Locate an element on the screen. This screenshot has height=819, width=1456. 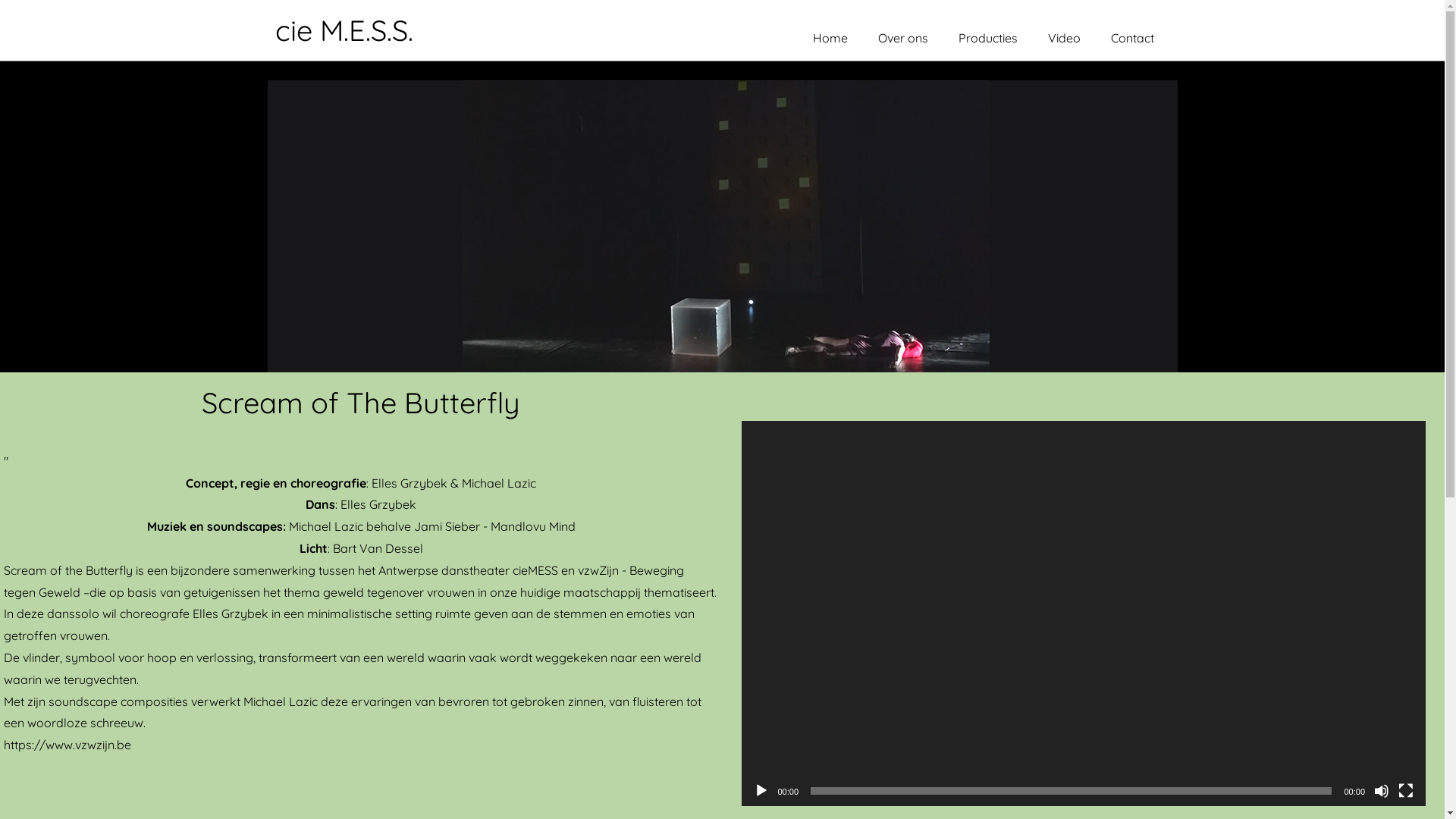
'https://www.vzwzijn.be' is located at coordinates (67, 744).